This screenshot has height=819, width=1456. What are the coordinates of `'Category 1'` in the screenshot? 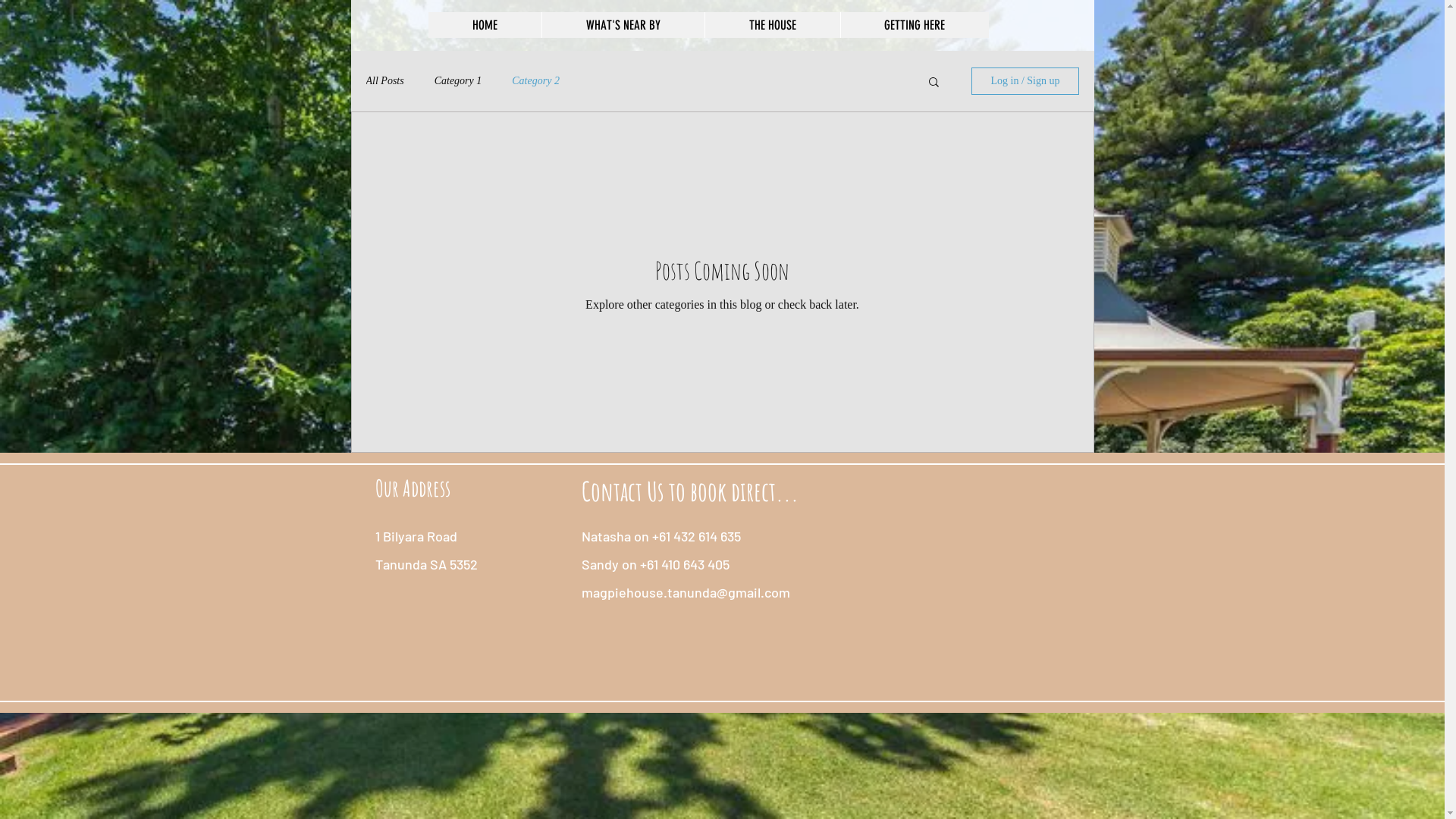 It's located at (457, 81).